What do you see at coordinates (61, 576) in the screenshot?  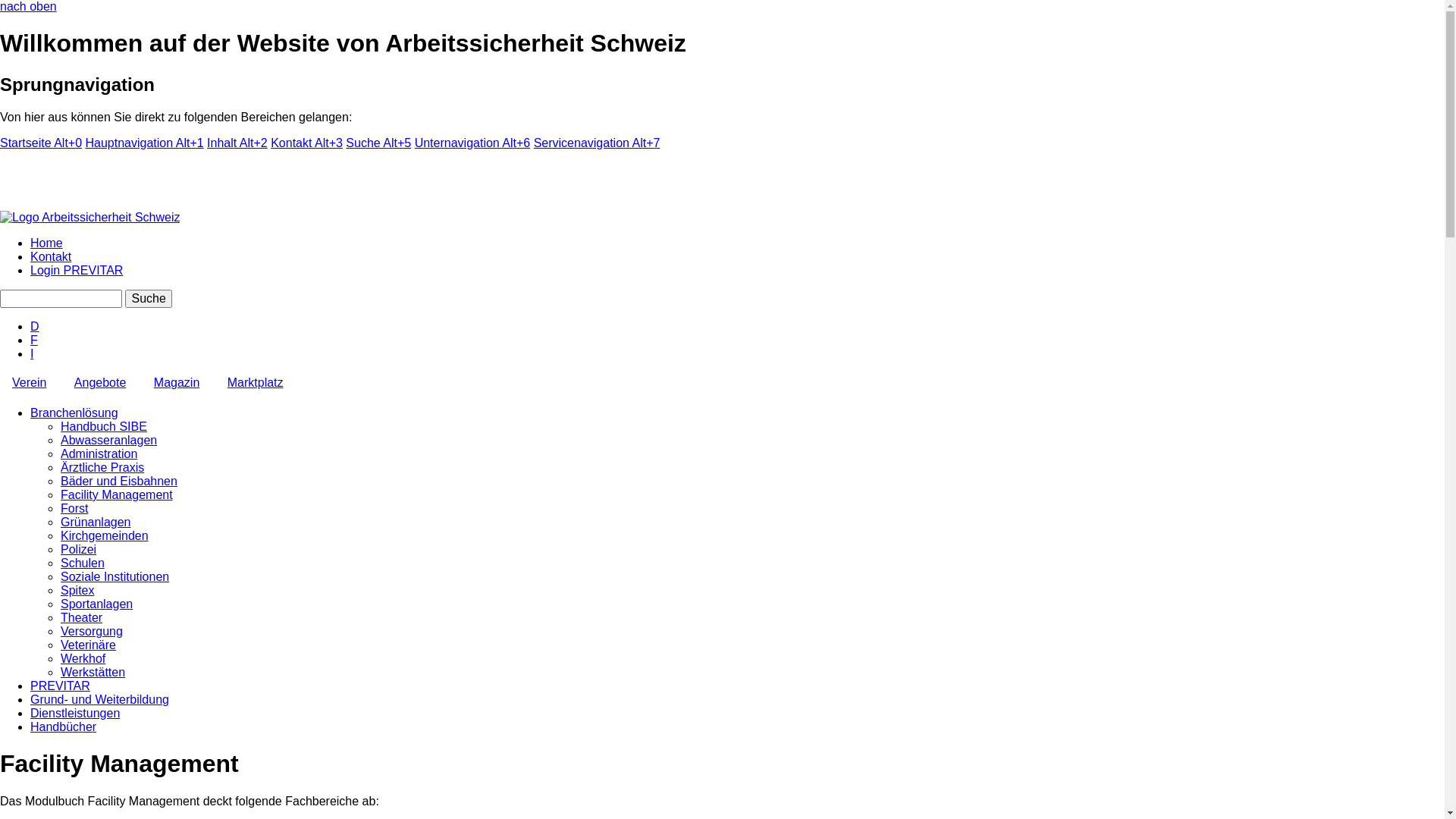 I see `'Soziale Institutionen'` at bounding box center [61, 576].